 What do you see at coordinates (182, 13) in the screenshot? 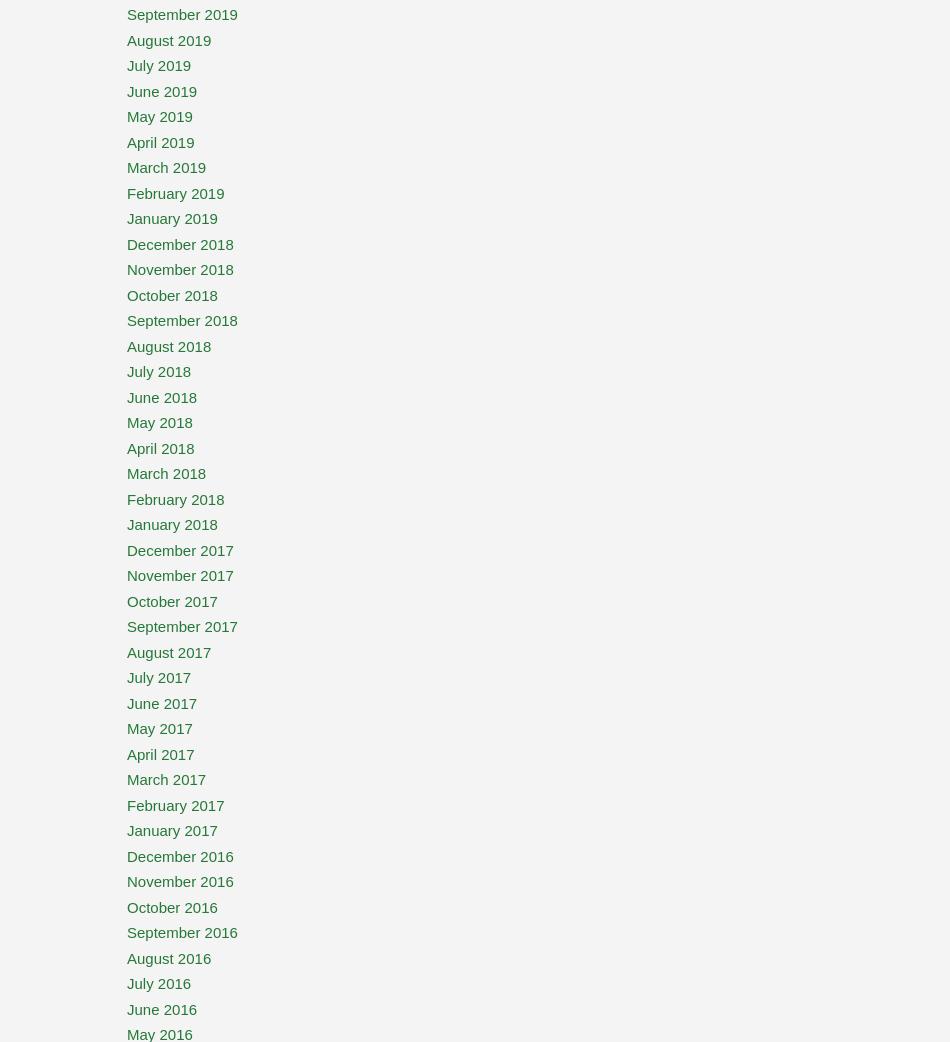
I see `'September 2019'` at bounding box center [182, 13].